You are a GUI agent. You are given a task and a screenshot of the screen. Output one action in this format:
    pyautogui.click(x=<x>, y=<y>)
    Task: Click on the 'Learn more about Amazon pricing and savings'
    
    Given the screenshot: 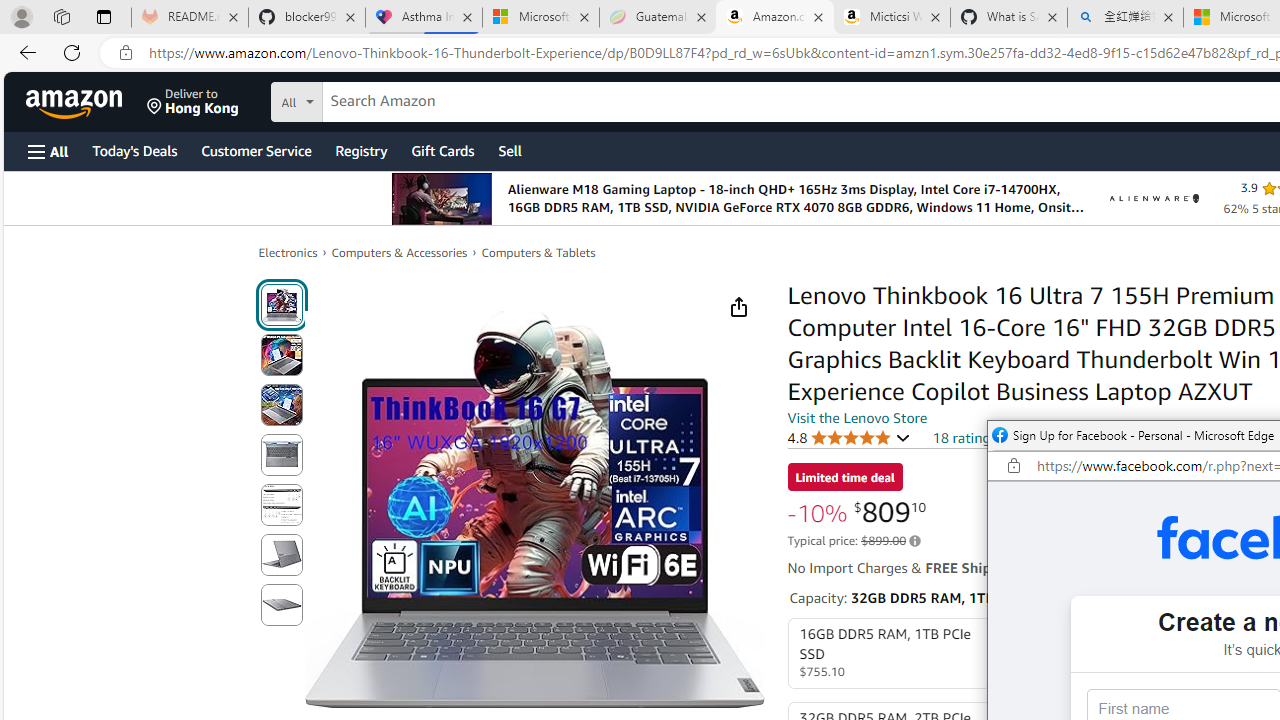 What is the action you would take?
    pyautogui.click(x=914, y=541)
    